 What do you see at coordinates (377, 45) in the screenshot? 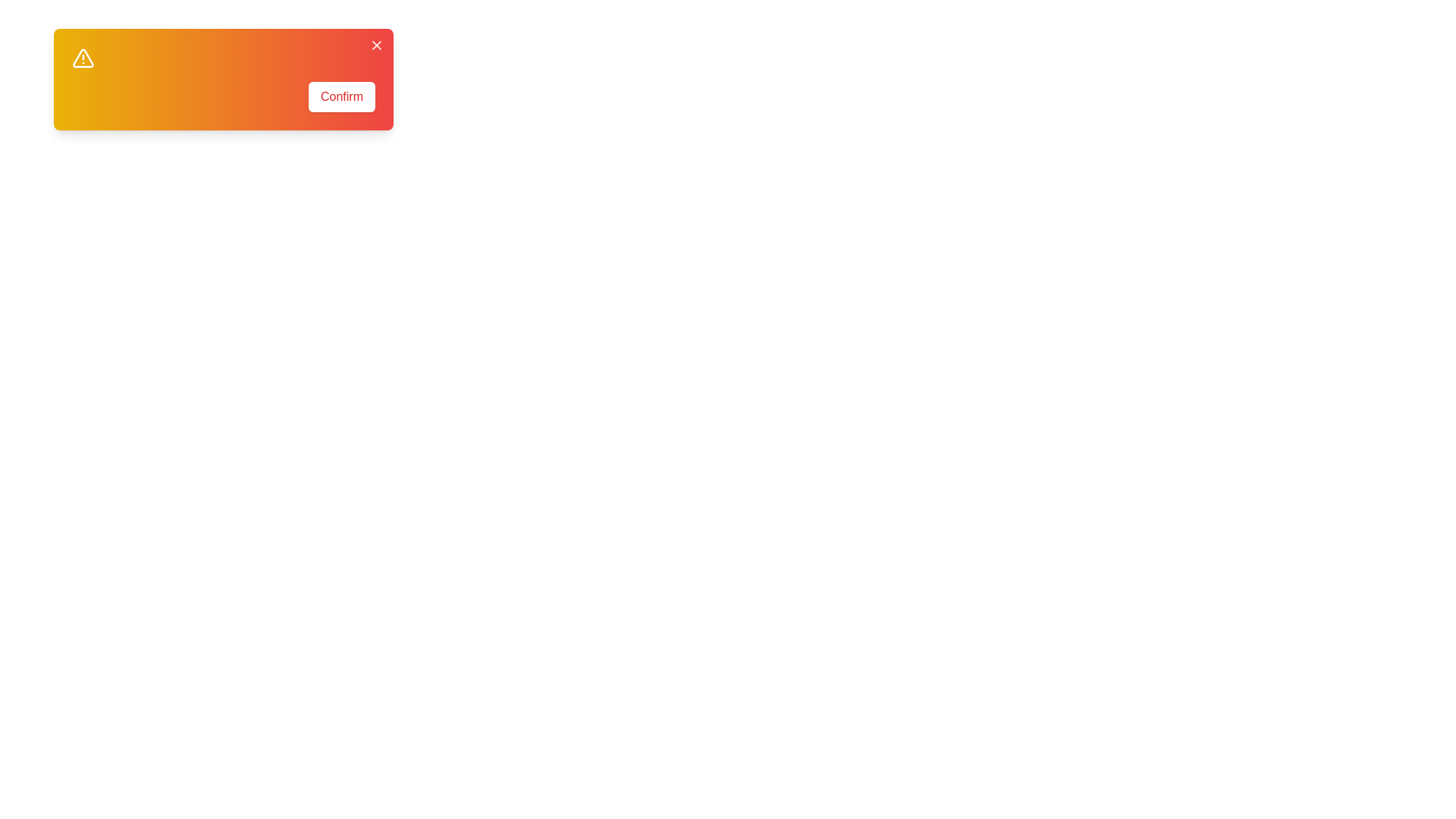
I see `the close button located at the top-right corner of the notification card to trigger hover effects` at bounding box center [377, 45].